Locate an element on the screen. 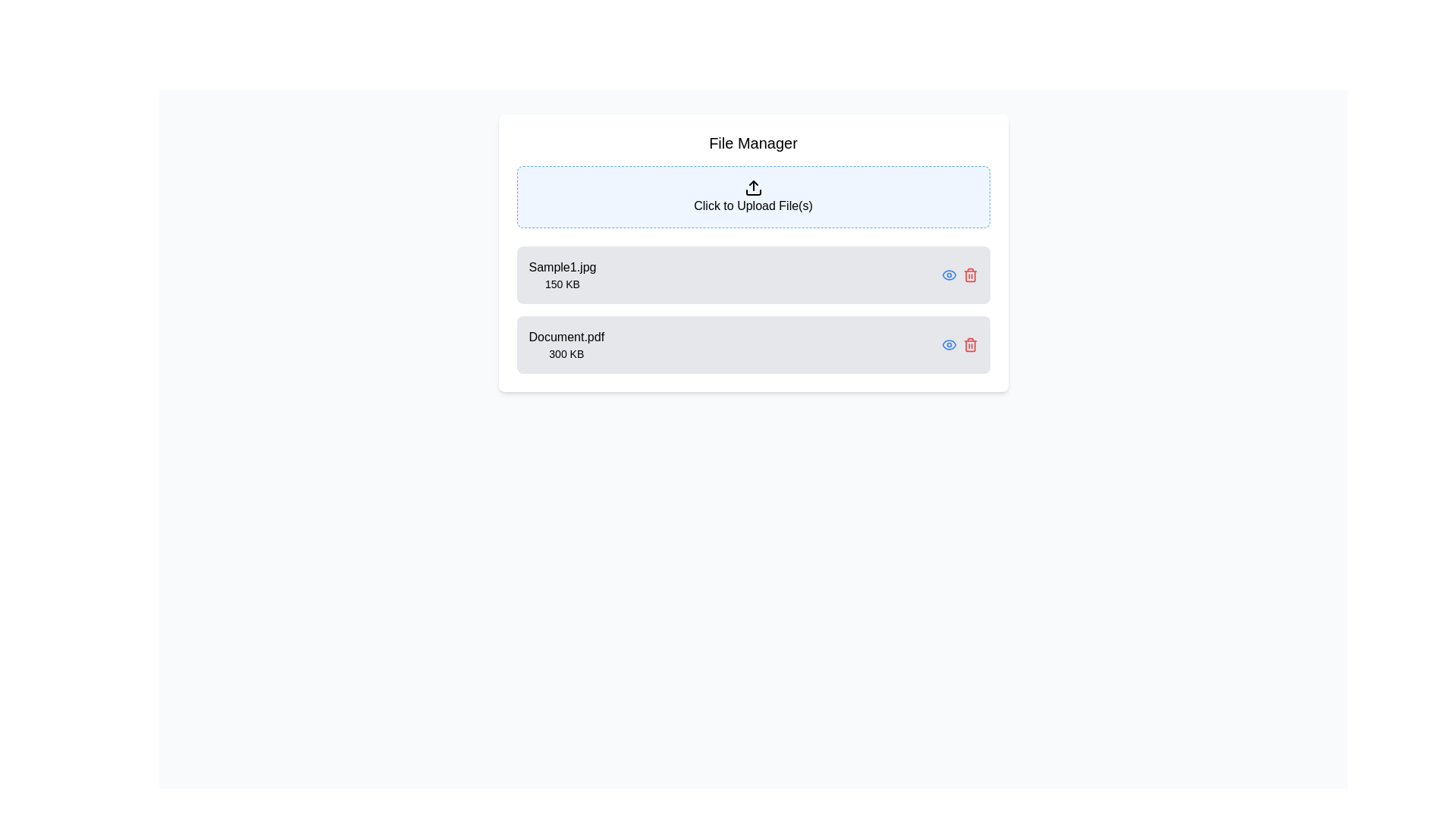  the Upload Indicator icon, which represents the file upload action and is located at the center of the clickable area labeled 'Click to Upload File(s)' is located at coordinates (753, 187).